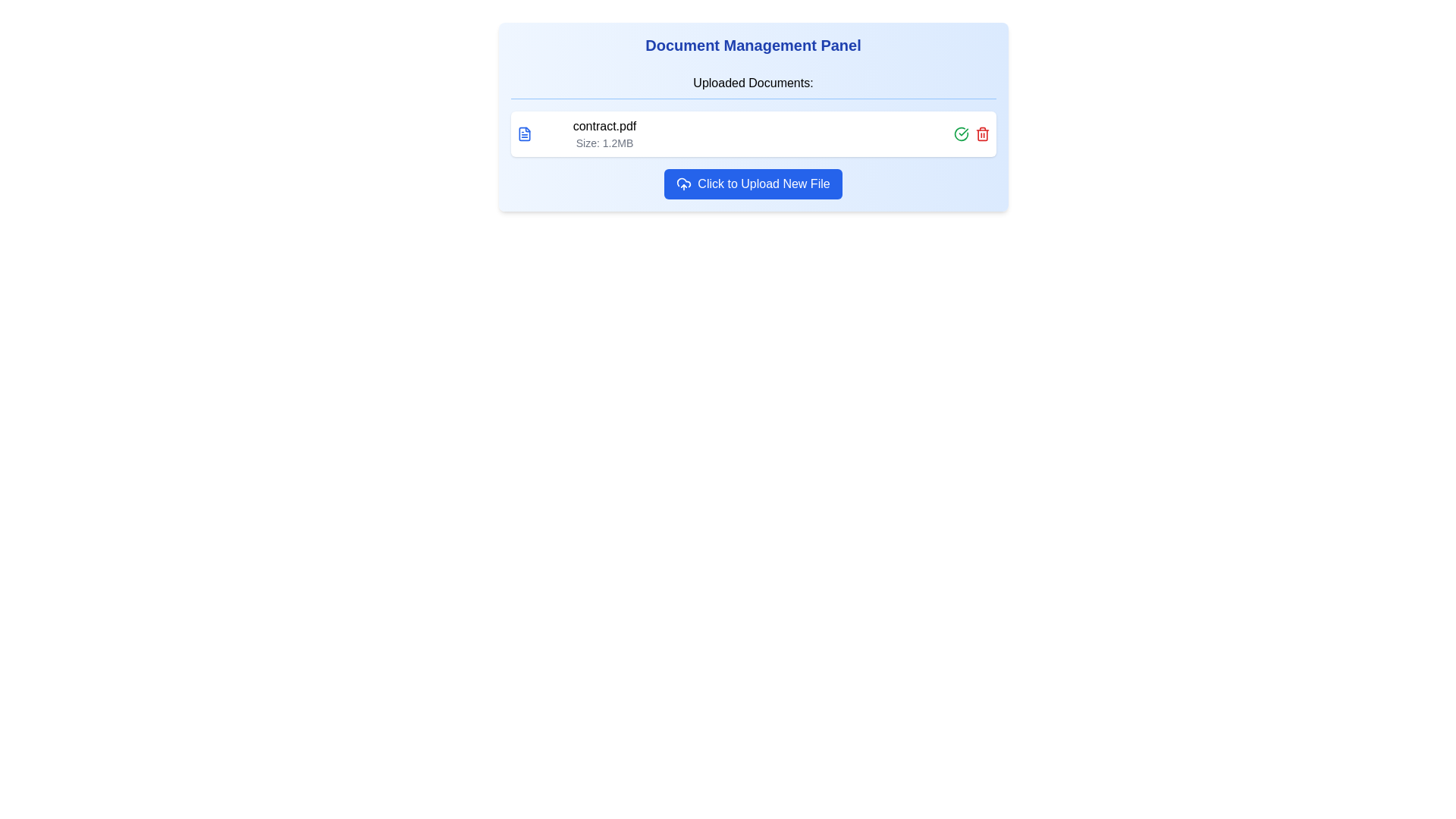  I want to click on the green icon in the action panel located at the top-right corner of the document details panel to confirm the action related to 'contract.pdf', so click(971, 133).